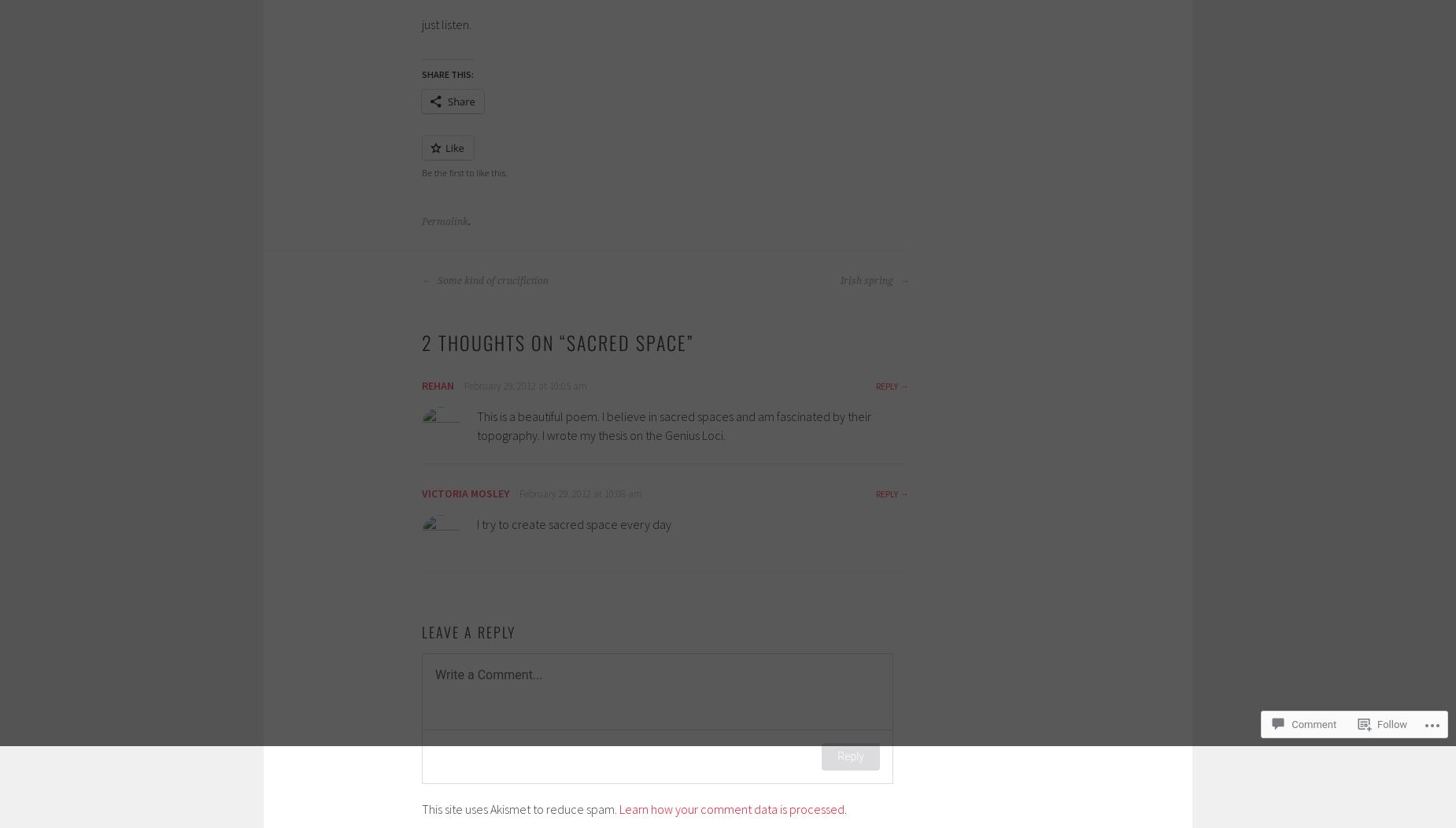 This screenshot has height=828, width=1456. What do you see at coordinates (421, 342) in the screenshot?
I see `'2 thoughts on “'` at bounding box center [421, 342].